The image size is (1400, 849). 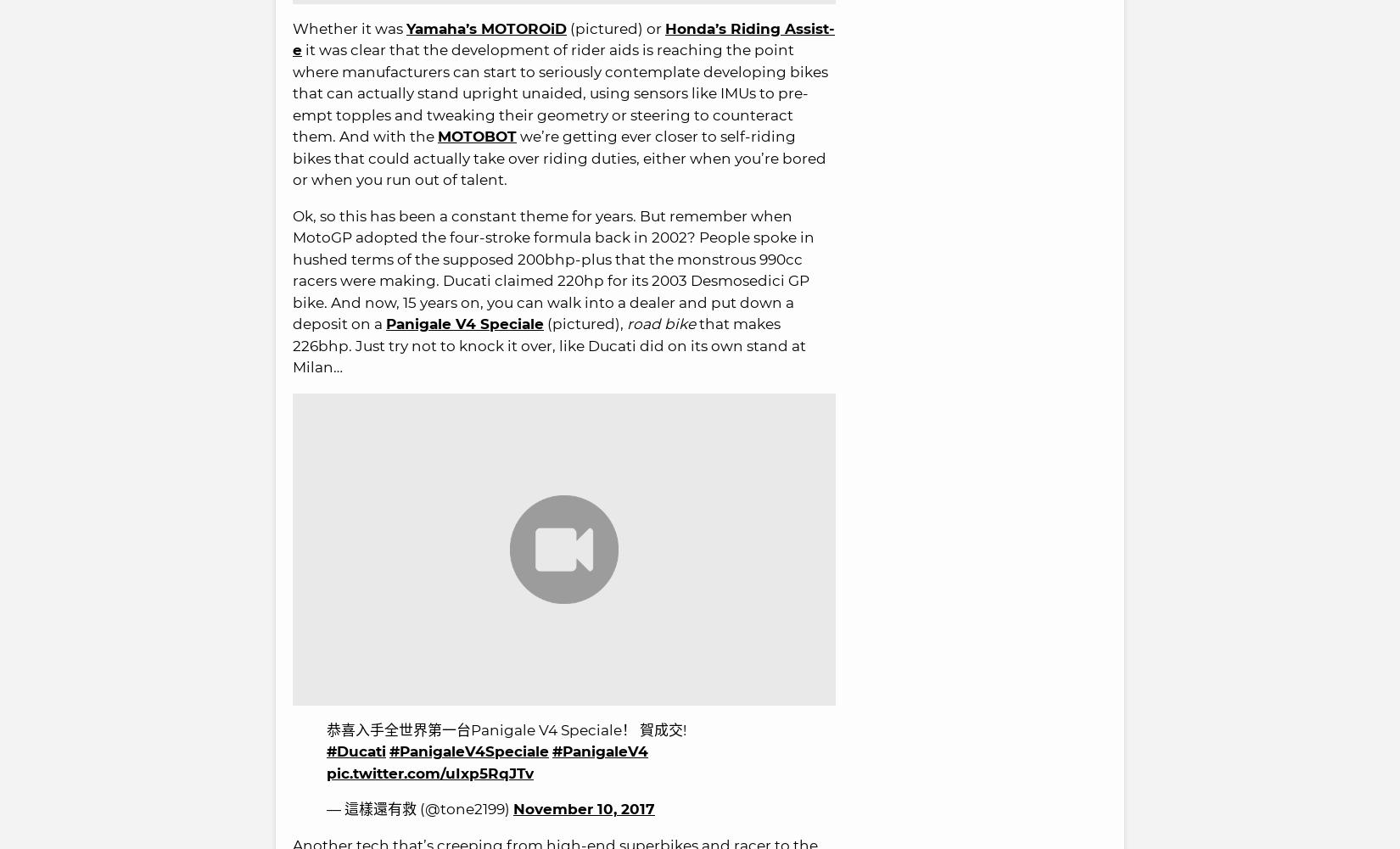 I want to click on 'Ok, so this has been a constant theme for years. But remember when MotoGP adopted the four-stroke formula back in 2002? People spoke in hushed terms of the supposed 200bhp-plus that the monstrous 990cc racers were making. Ducati claimed 220hp for its 2003 Desmosedici GP bike. And now, 15 years on, you can walk into a dealer and put down a deposit on a', so click(x=552, y=270).